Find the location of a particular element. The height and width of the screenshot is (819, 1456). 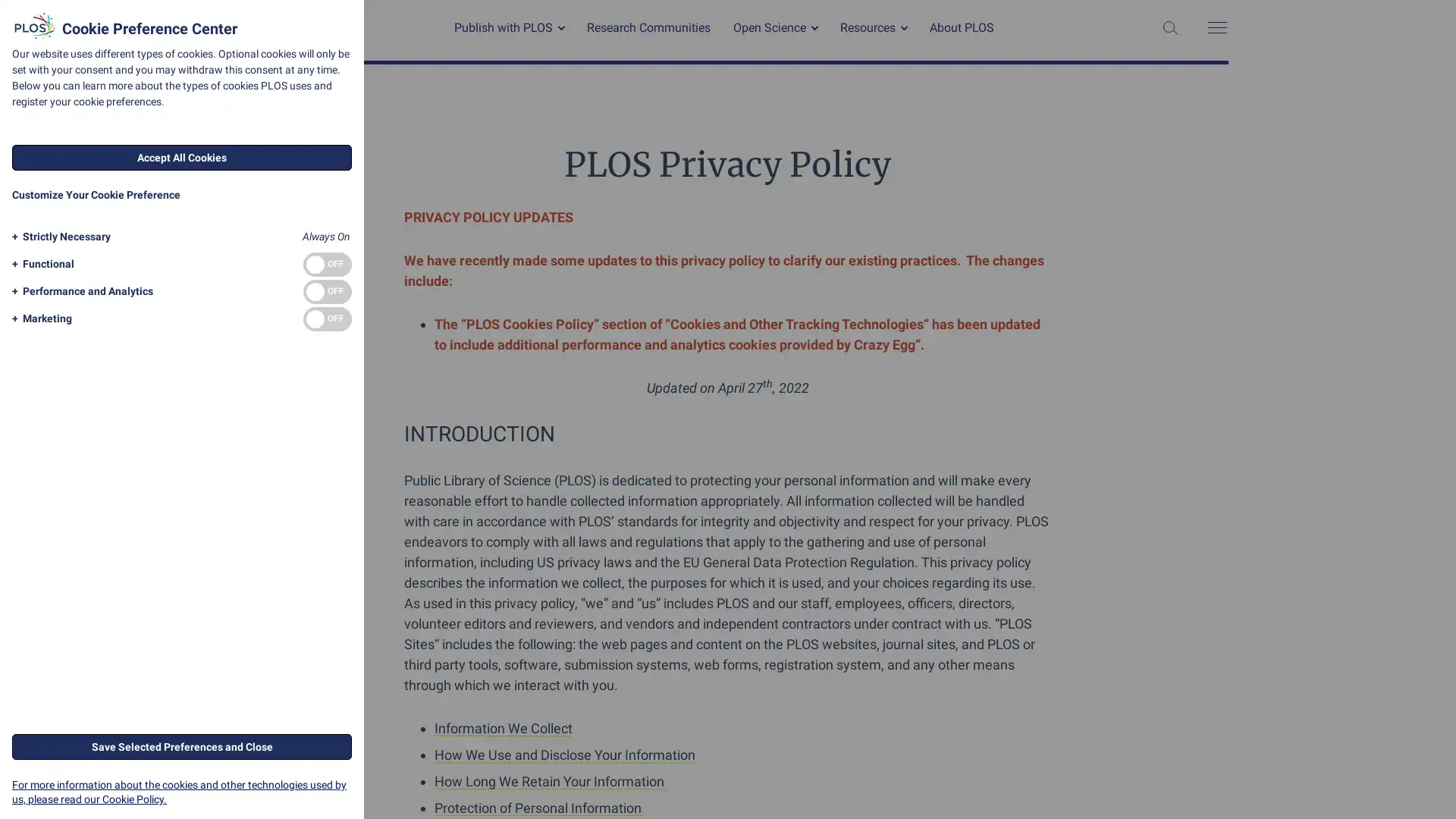

Toggle explanation of Strictly Necessary Cookies. is located at coordinates (58, 237).